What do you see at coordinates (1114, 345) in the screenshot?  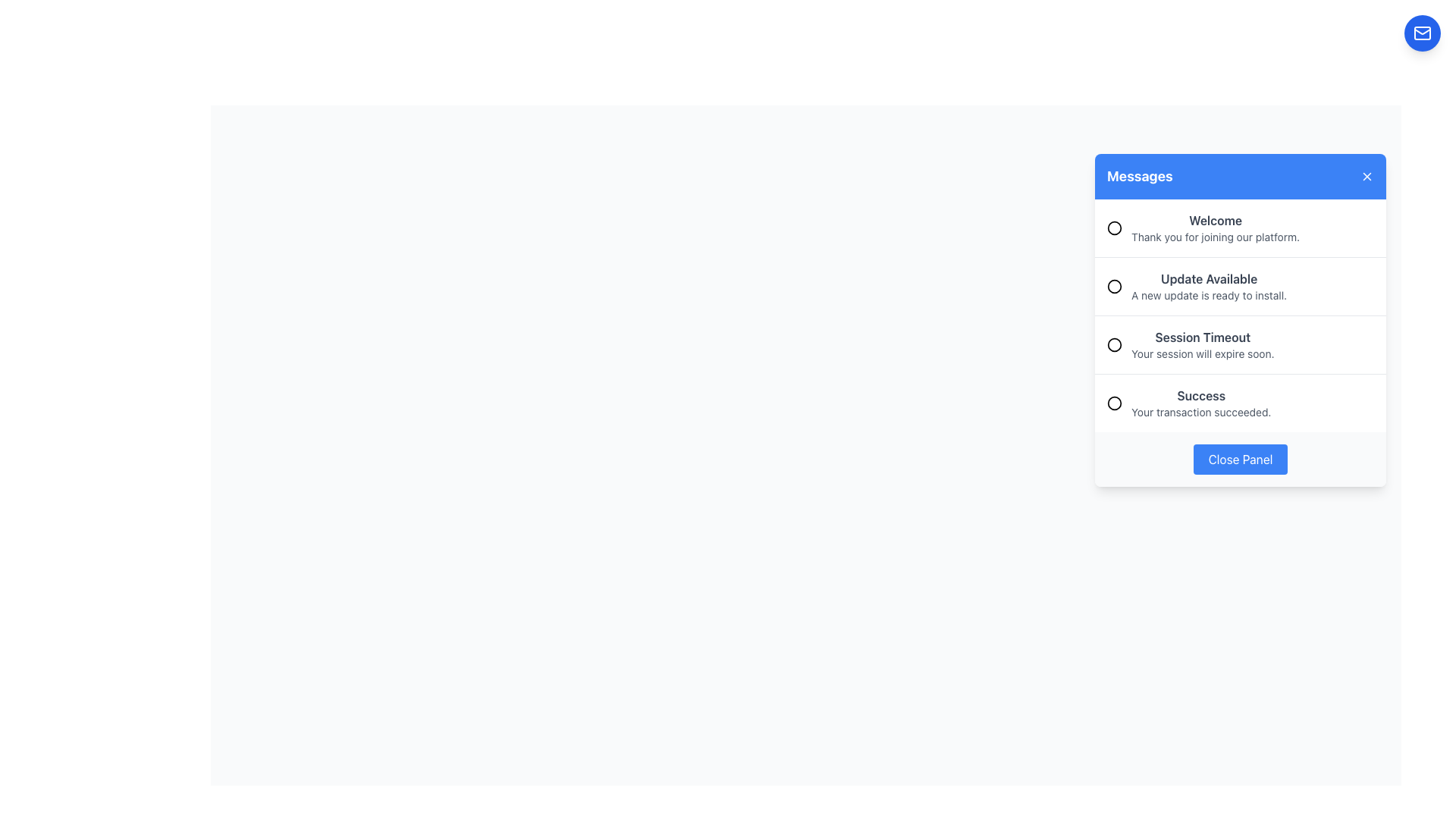 I see `the warning icon located in the third entry of the 'Messages' panel, positioned before the text 'Session Timeout' and above 'Your session will expire soon.'` at bounding box center [1114, 345].